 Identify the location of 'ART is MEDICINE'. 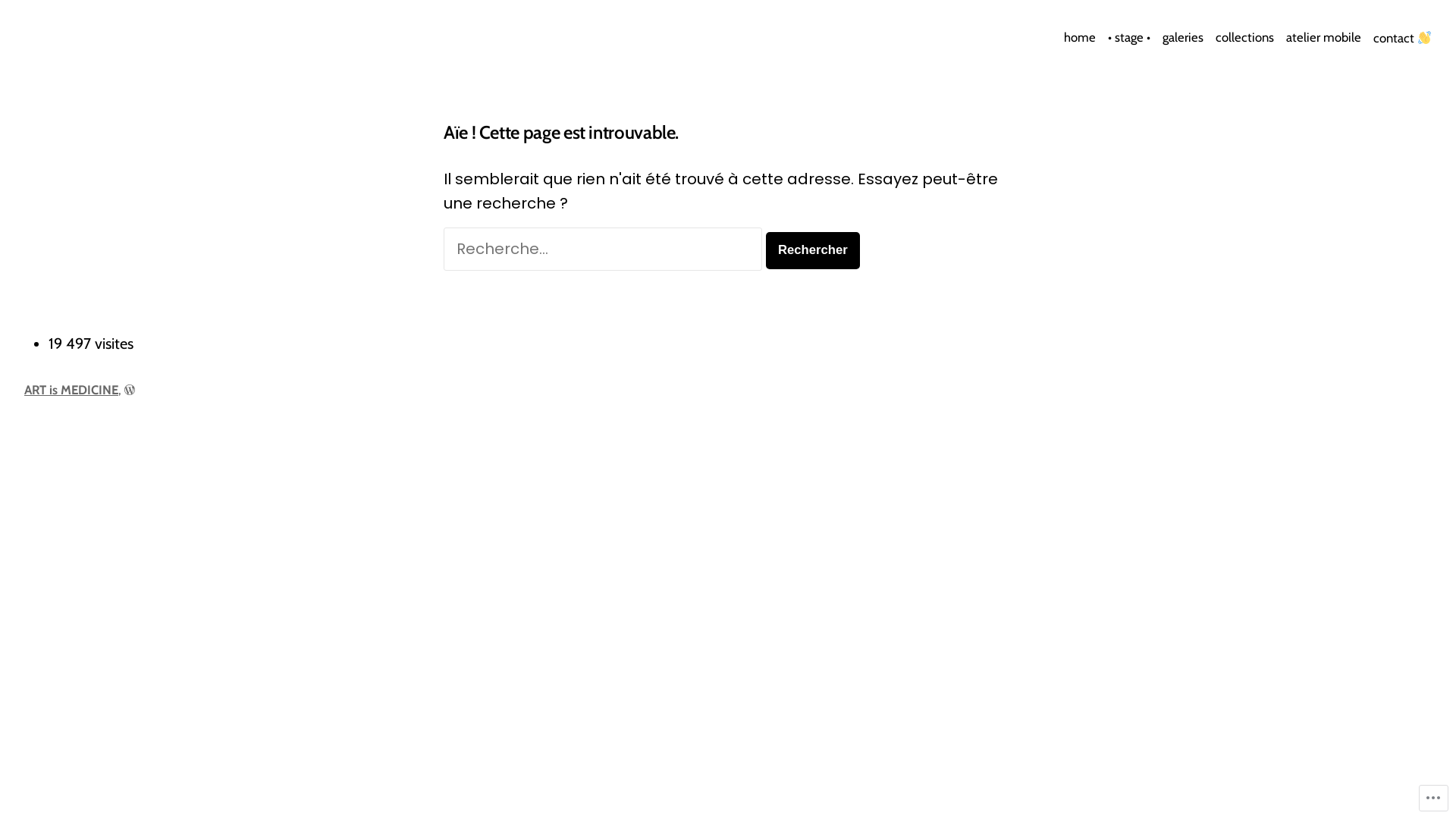
(71, 388).